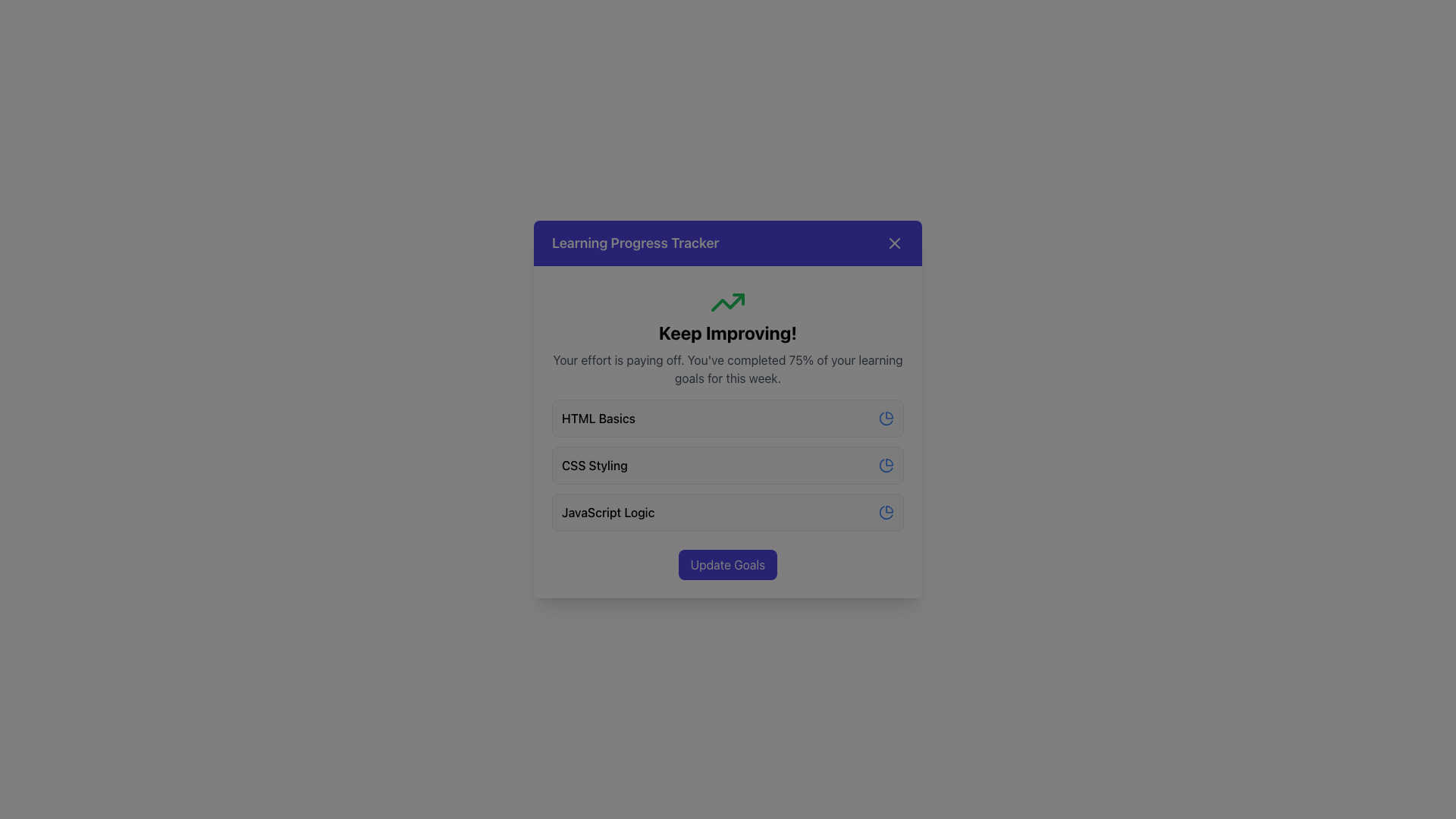 The height and width of the screenshot is (819, 1456). Describe the element at coordinates (886, 464) in the screenshot. I see `the circular blue pie chart icon located to the right of the 'CSS Styling' text in the interface` at that location.